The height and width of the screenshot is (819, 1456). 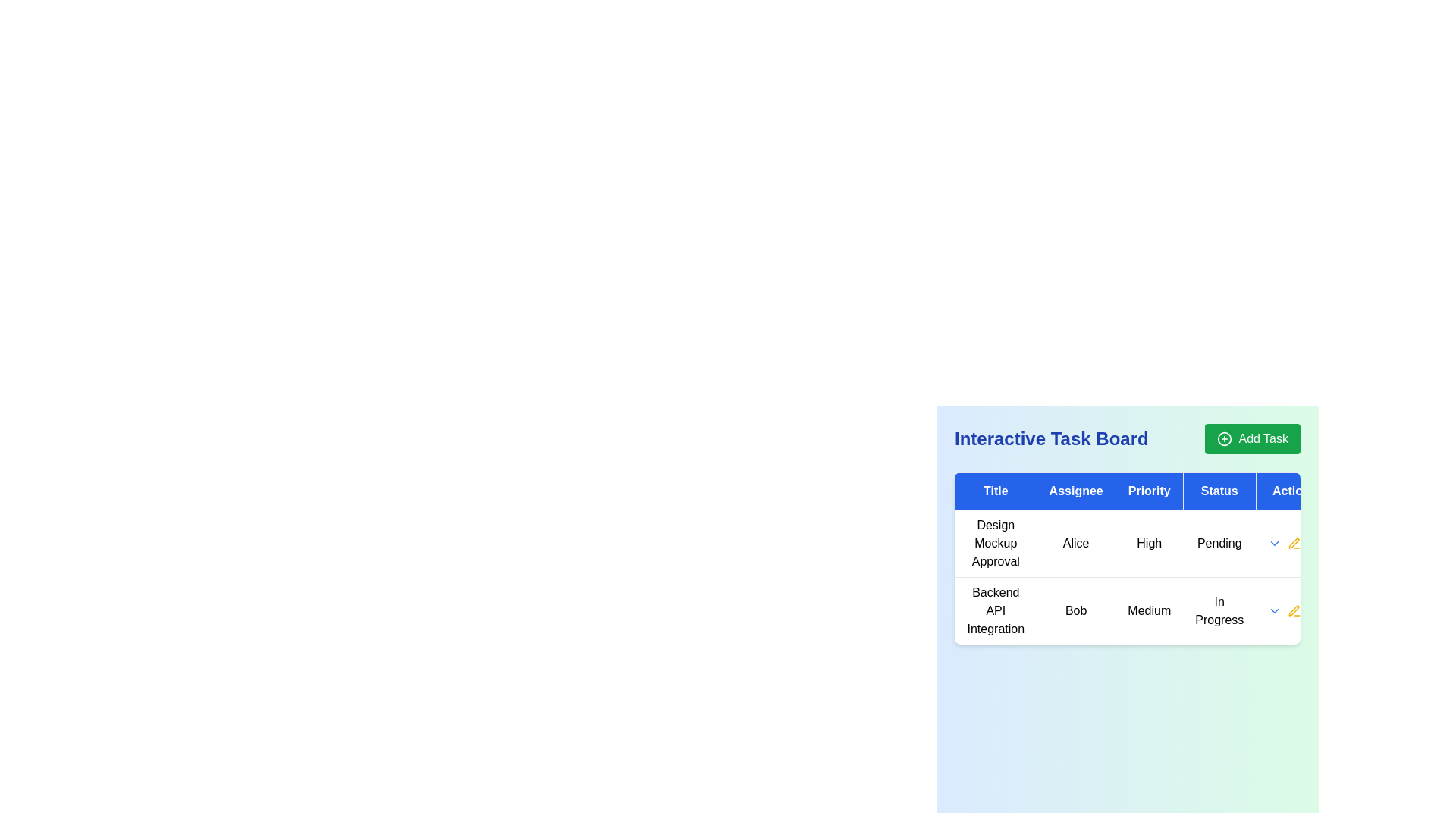 I want to click on the SVG sub-element located in the 'Action' column of the first row of the table to visually indicate a specific action, so click(x=1313, y=543).